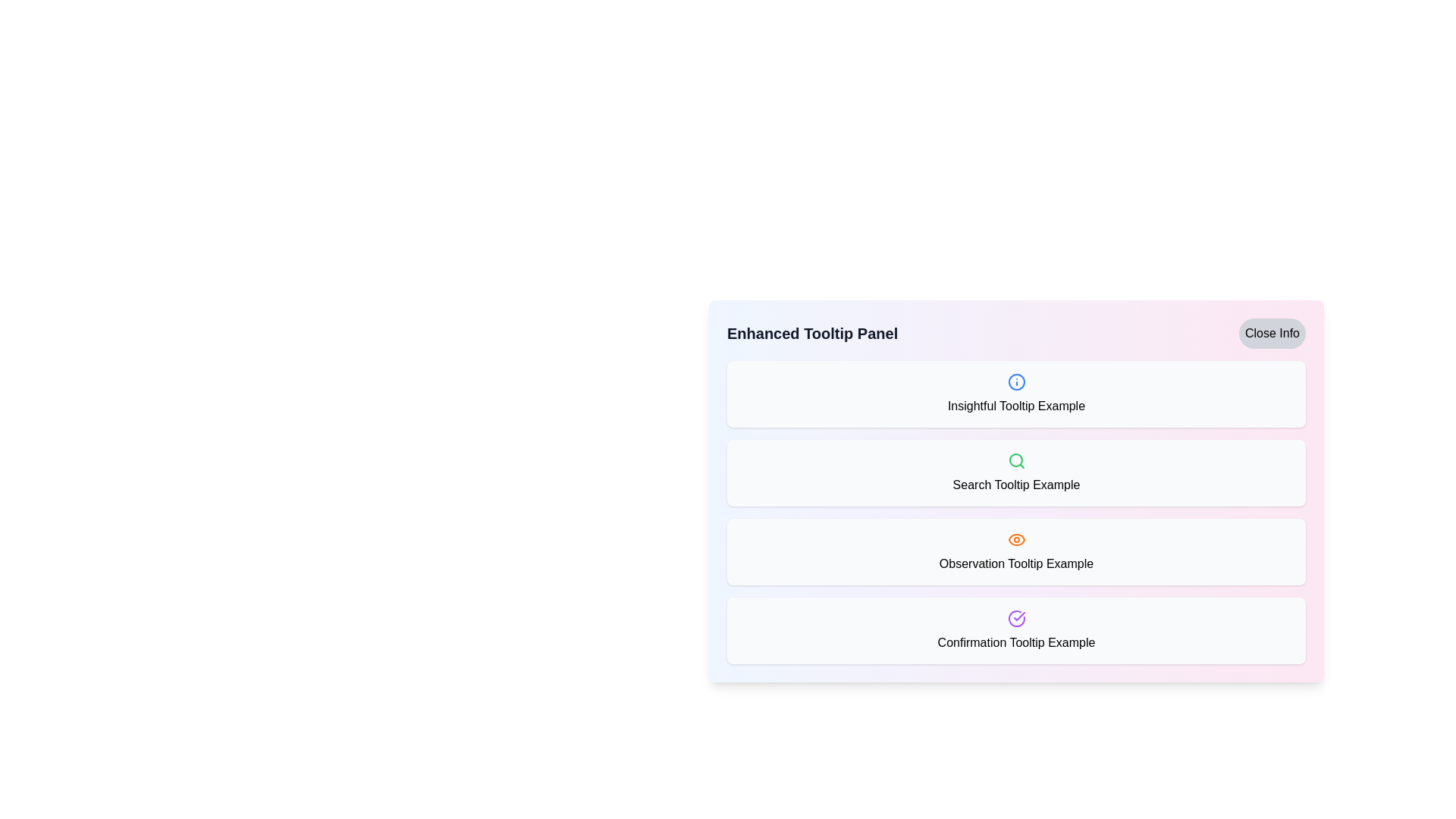 The width and height of the screenshot is (1456, 819). What do you see at coordinates (1016, 472) in the screenshot?
I see `the informative panel related to search functionality` at bounding box center [1016, 472].